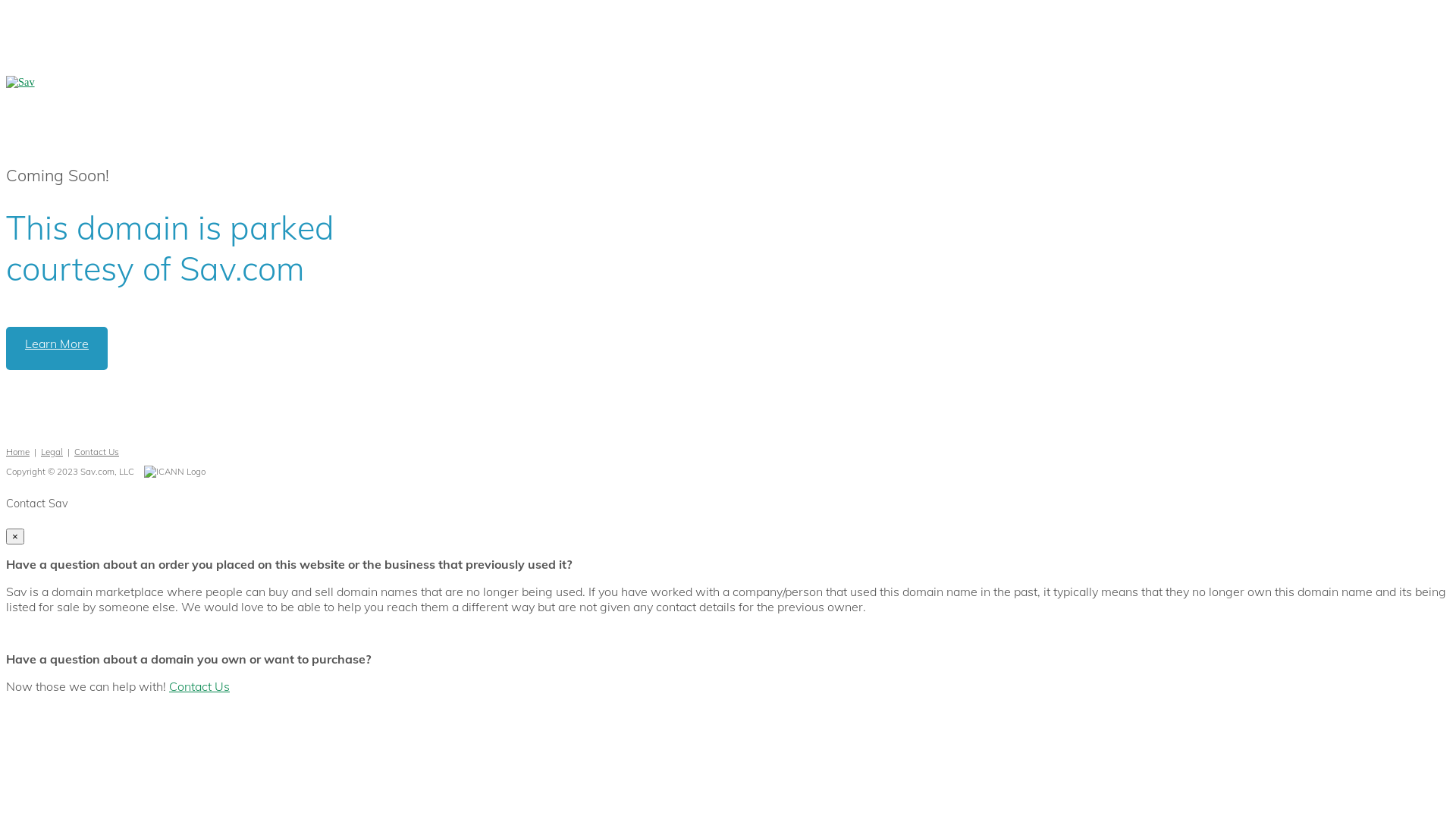  I want to click on 'Contact Us', so click(199, 686).